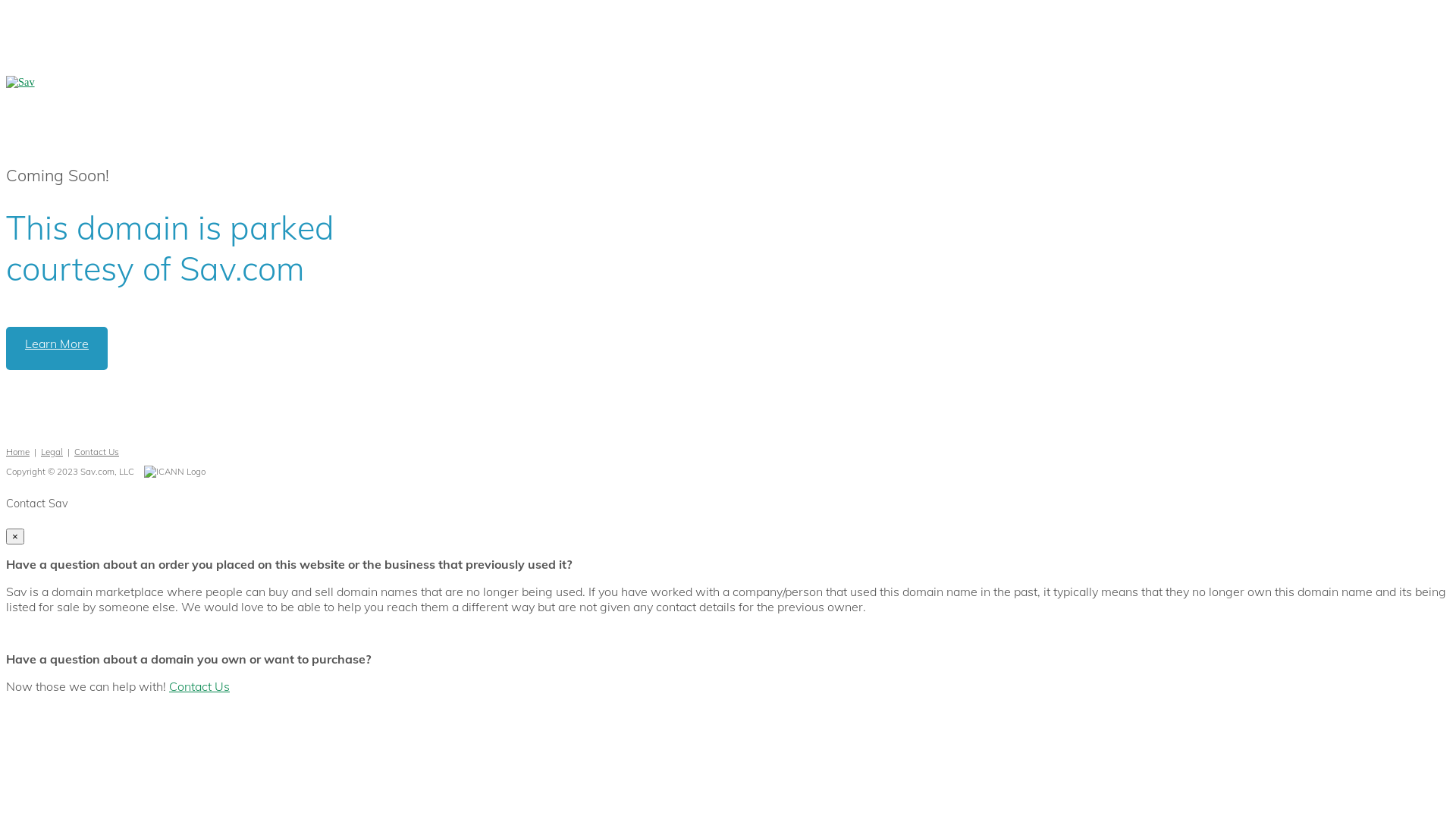  I want to click on 'Contact Us', so click(199, 686).